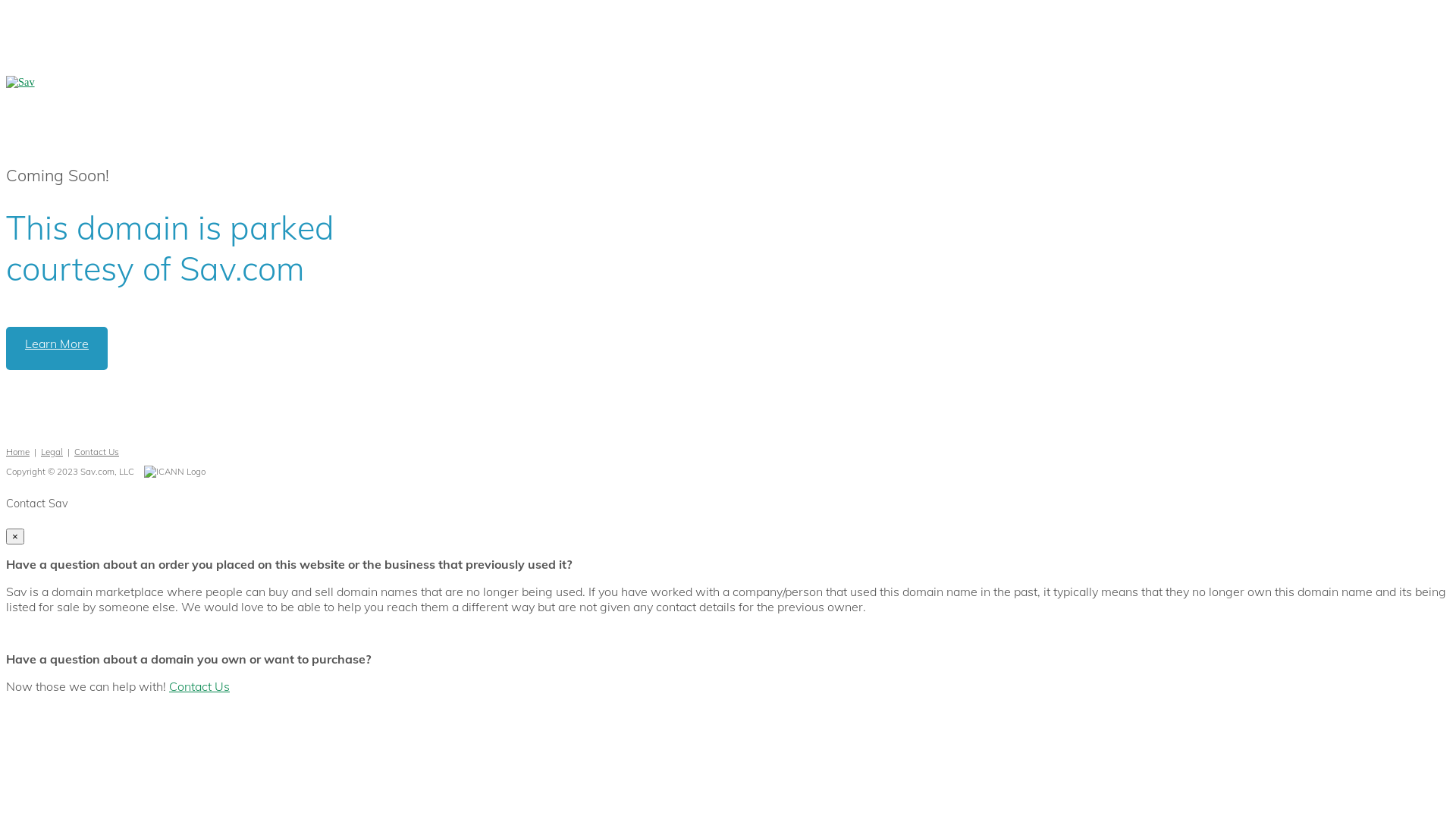  I want to click on 'Contact Us', so click(199, 686).